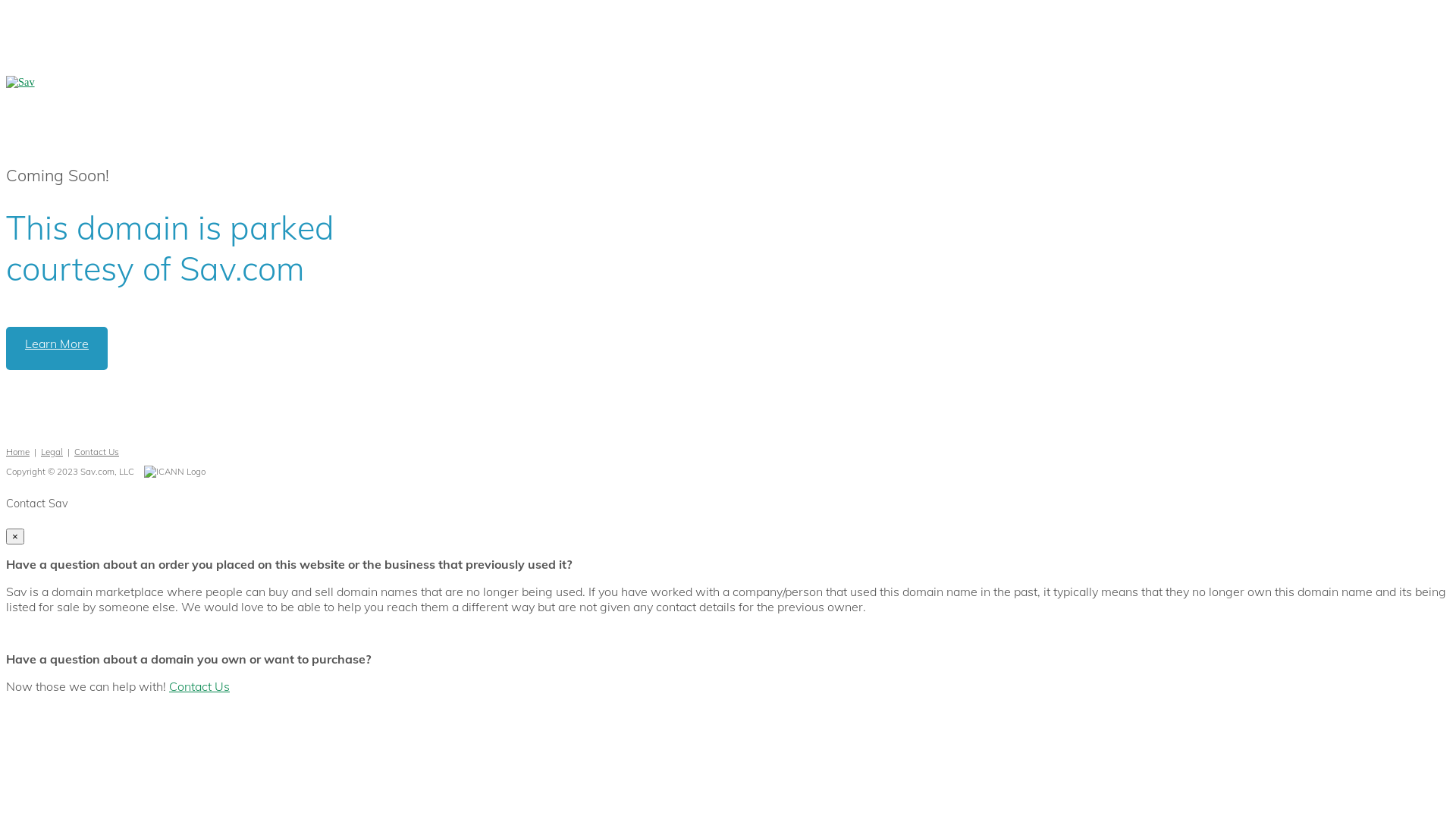  I want to click on 'Contact Us', so click(199, 686).